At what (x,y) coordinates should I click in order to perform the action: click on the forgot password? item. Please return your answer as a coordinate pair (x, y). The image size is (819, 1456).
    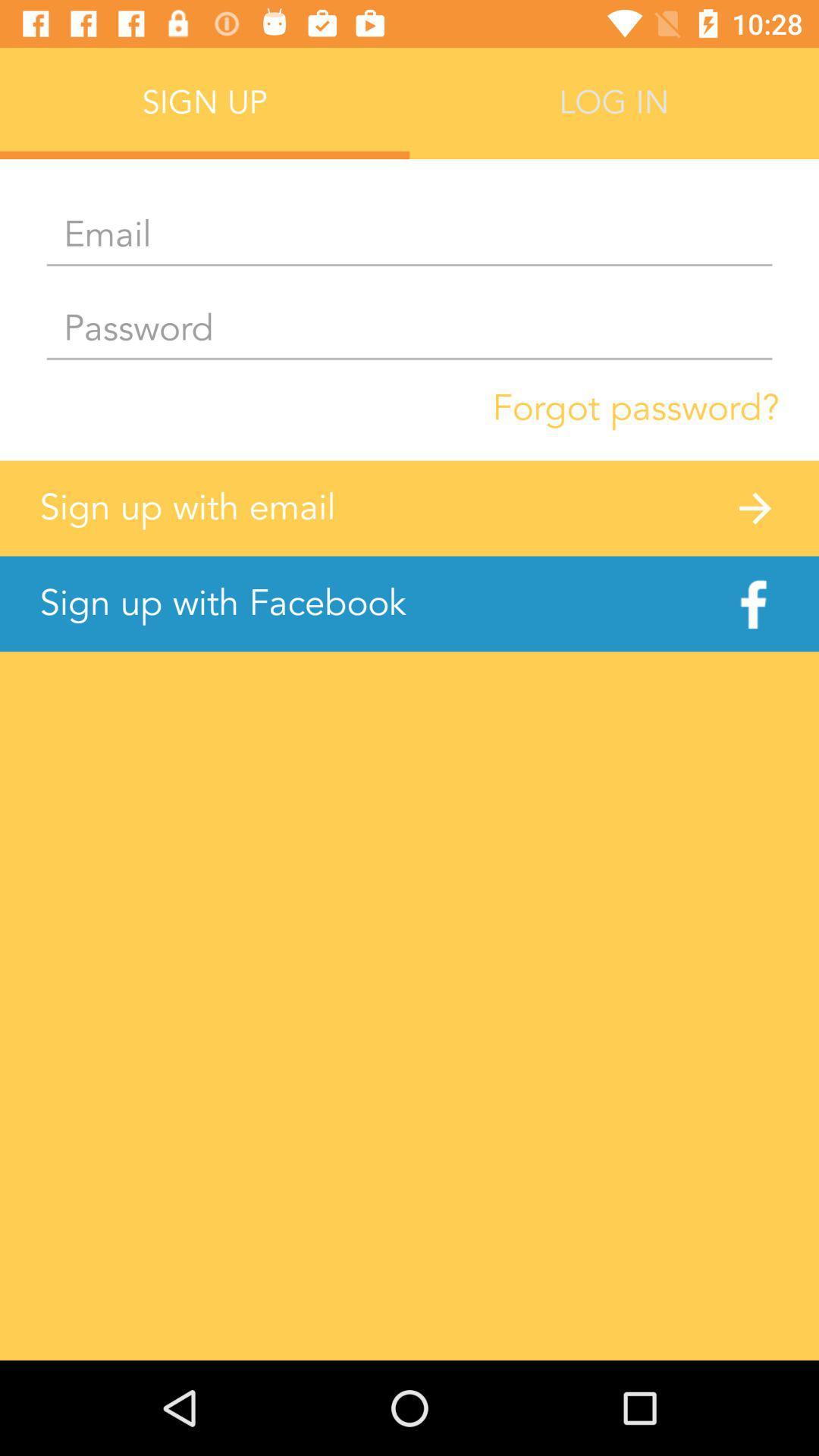
    Looking at the image, I should click on (635, 408).